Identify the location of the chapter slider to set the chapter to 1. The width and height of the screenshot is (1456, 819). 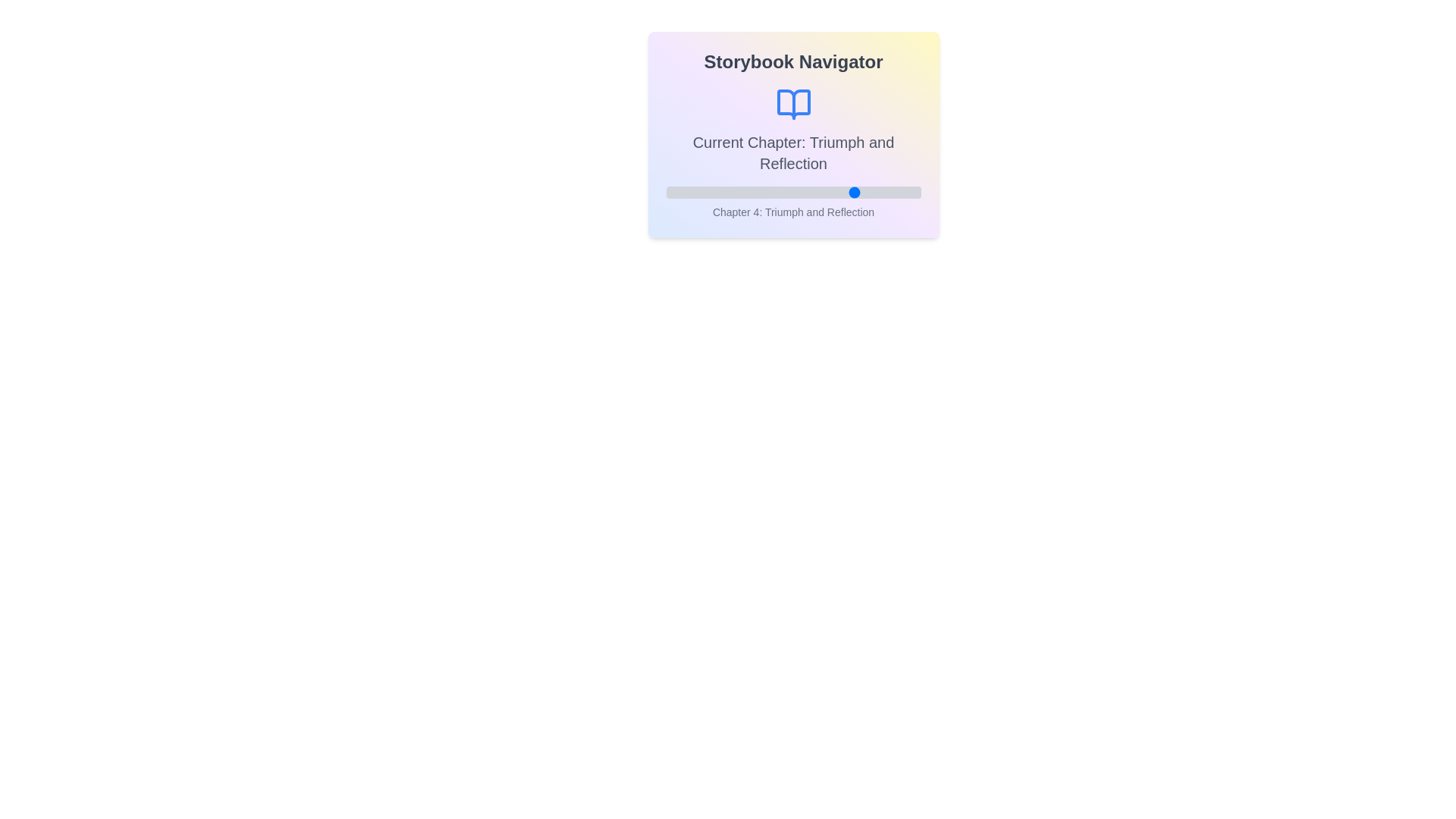
(666, 192).